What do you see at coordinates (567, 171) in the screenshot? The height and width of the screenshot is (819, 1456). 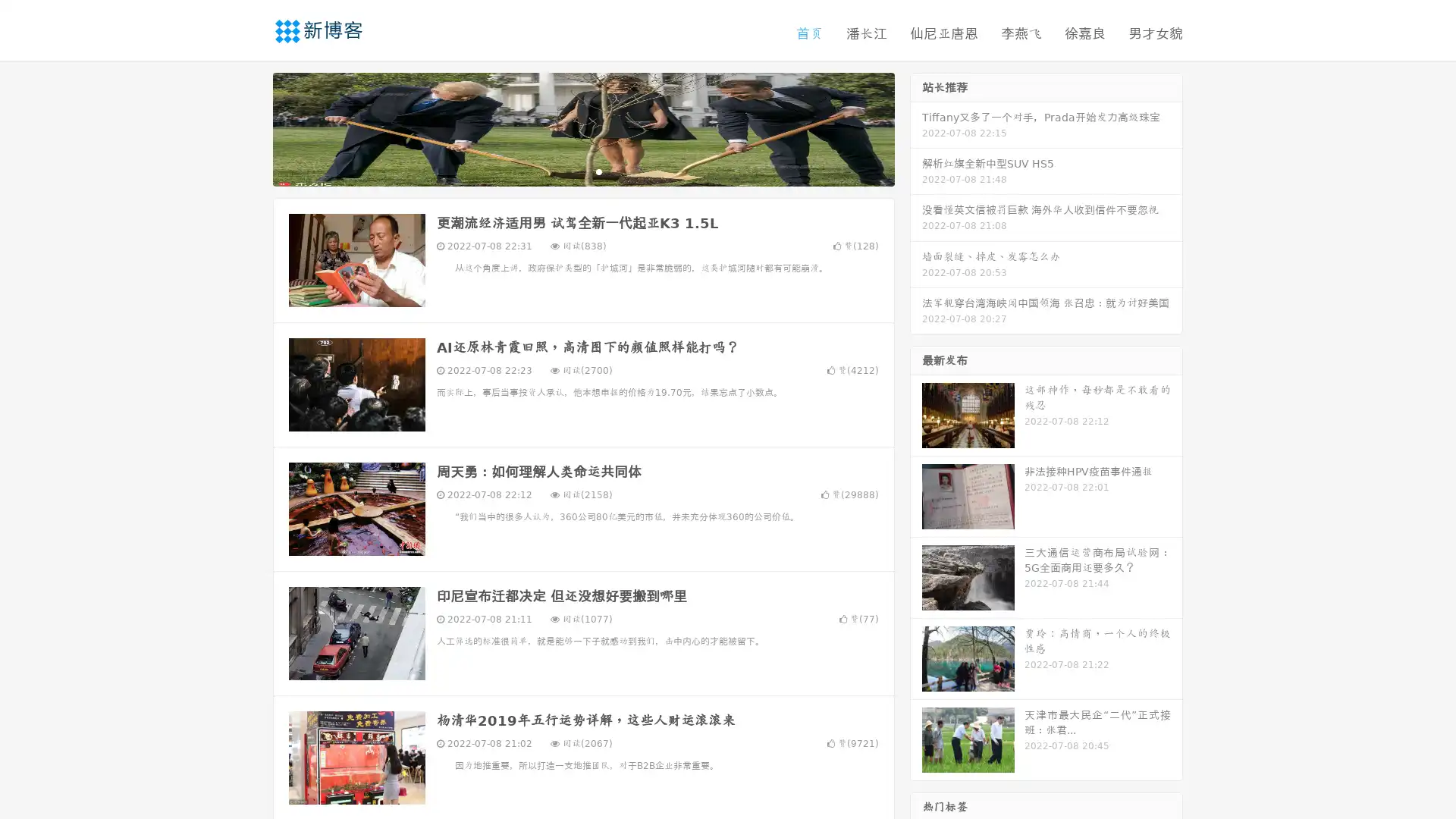 I see `Go to slide 1` at bounding box center [567, 171].